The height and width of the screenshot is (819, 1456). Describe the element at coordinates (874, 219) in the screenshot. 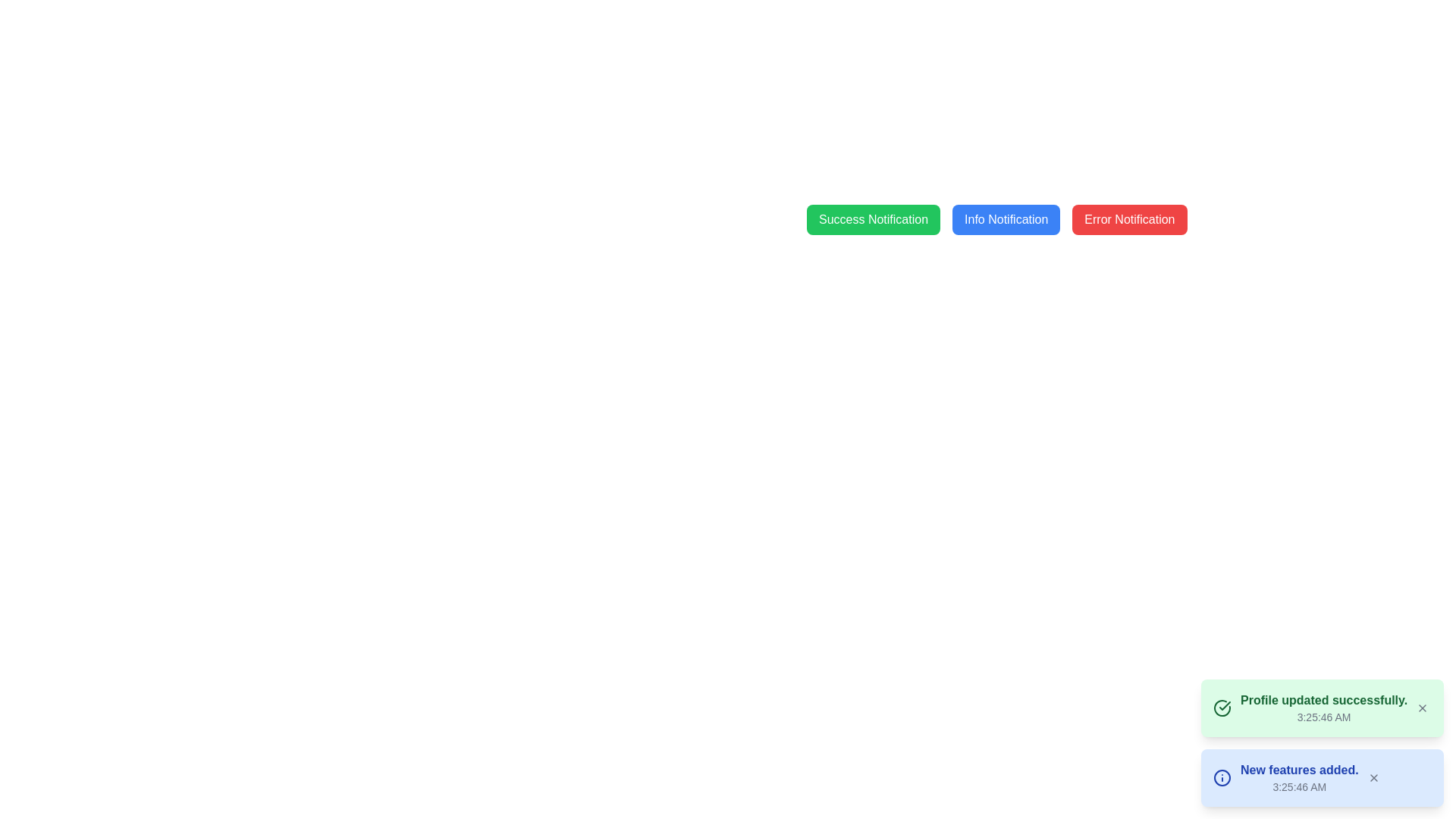

I see `the 'Success Notification' button, which has a green background and is the leftmost in a group of three buttons` at that location.